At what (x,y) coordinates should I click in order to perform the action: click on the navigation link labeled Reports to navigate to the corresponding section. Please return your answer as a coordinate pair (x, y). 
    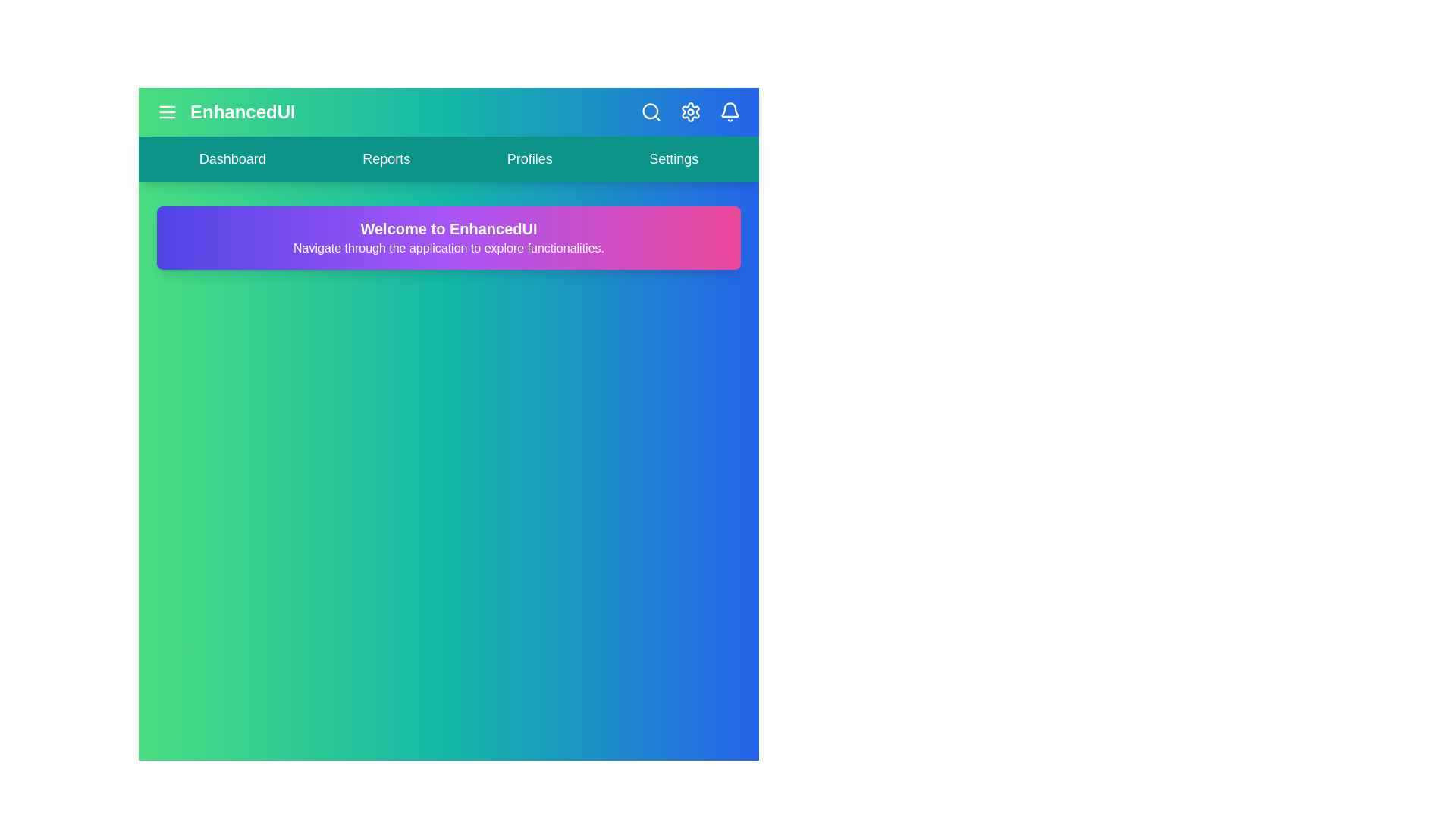
    Looking at the image, I should click on (386, 158).